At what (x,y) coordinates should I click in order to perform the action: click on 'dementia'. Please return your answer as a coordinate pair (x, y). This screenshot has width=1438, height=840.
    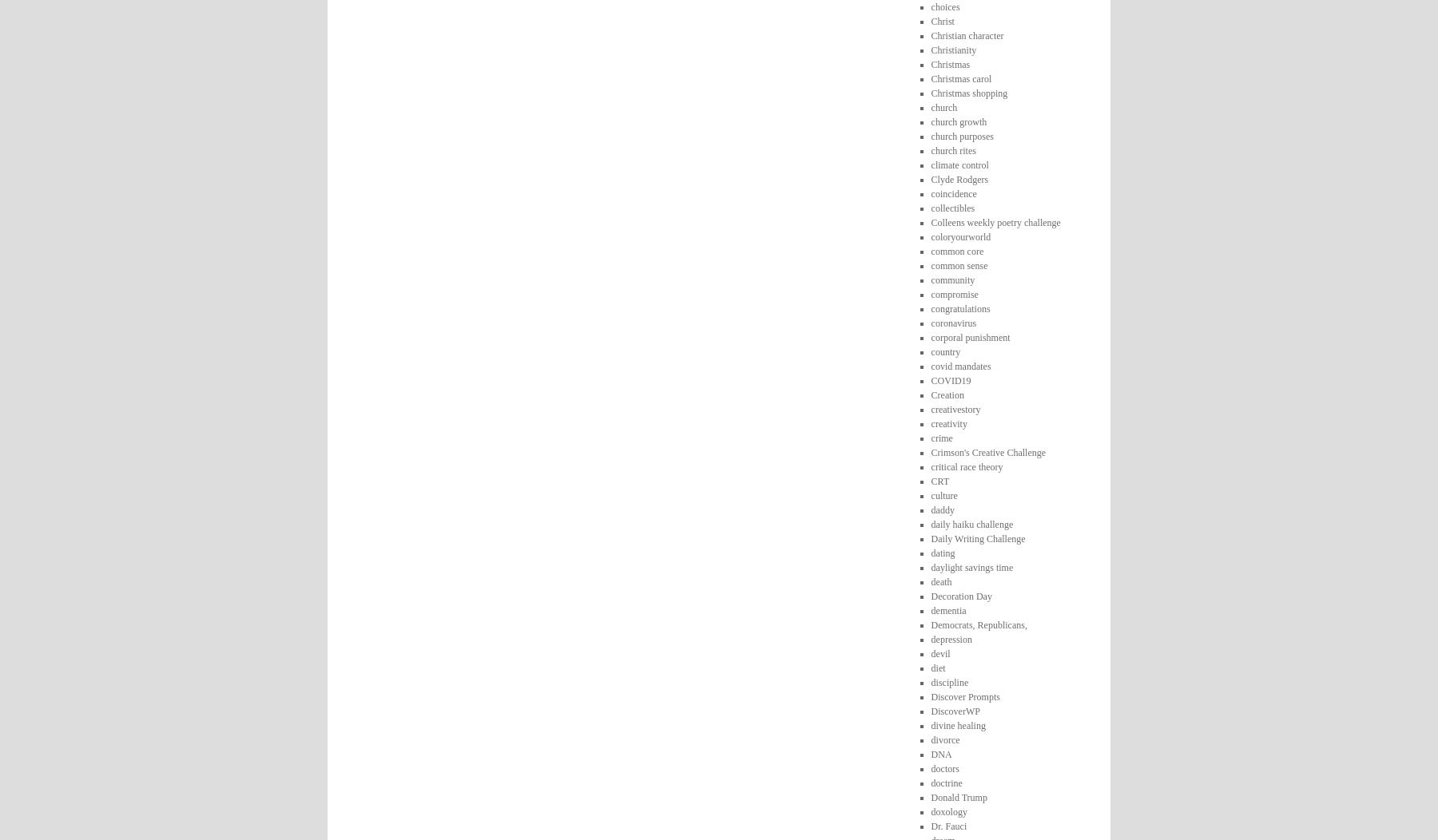
    Looking at the image, I should click on (929, 608).